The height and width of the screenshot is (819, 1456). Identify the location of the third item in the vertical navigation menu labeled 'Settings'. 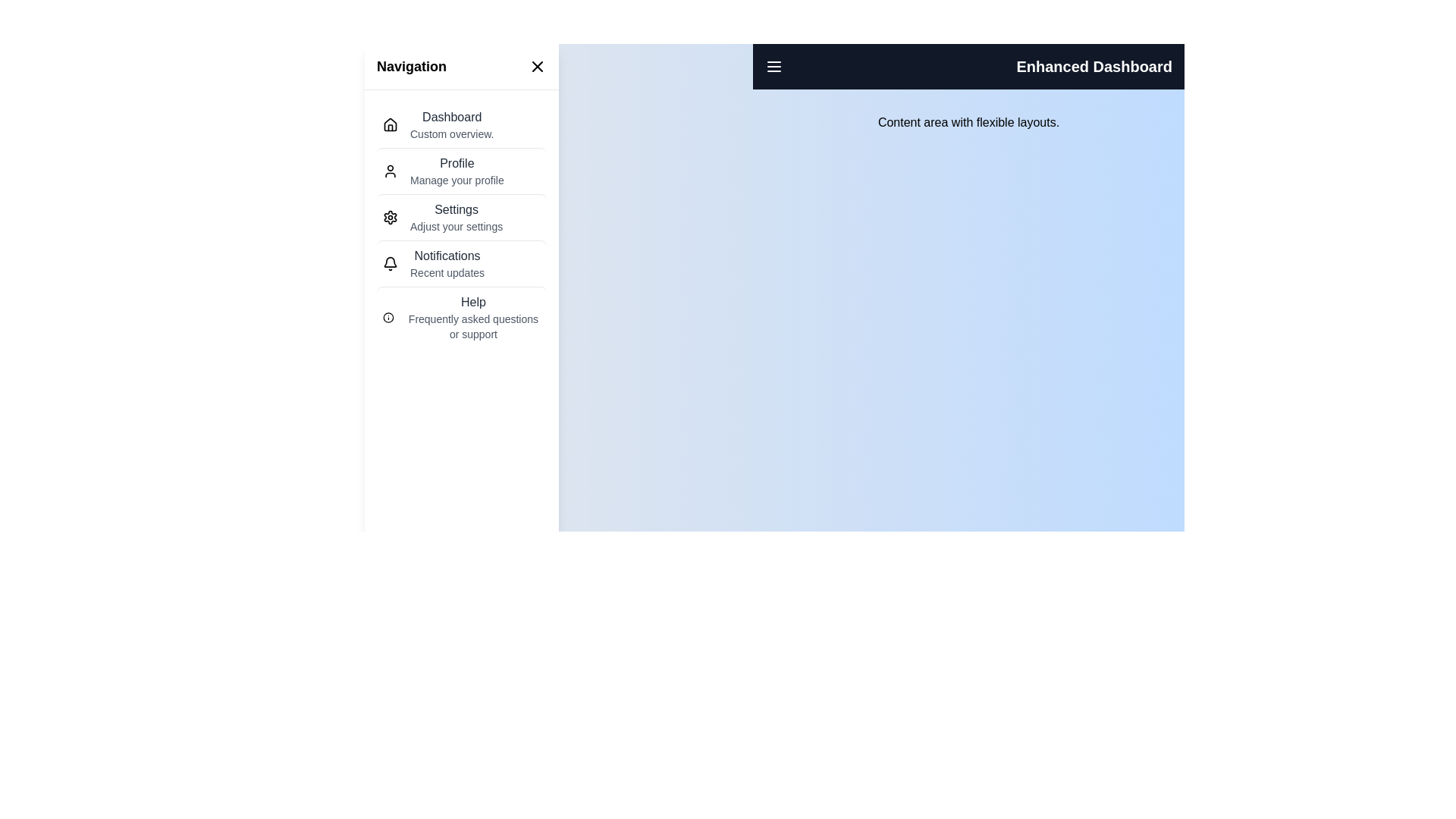
(461, 216).